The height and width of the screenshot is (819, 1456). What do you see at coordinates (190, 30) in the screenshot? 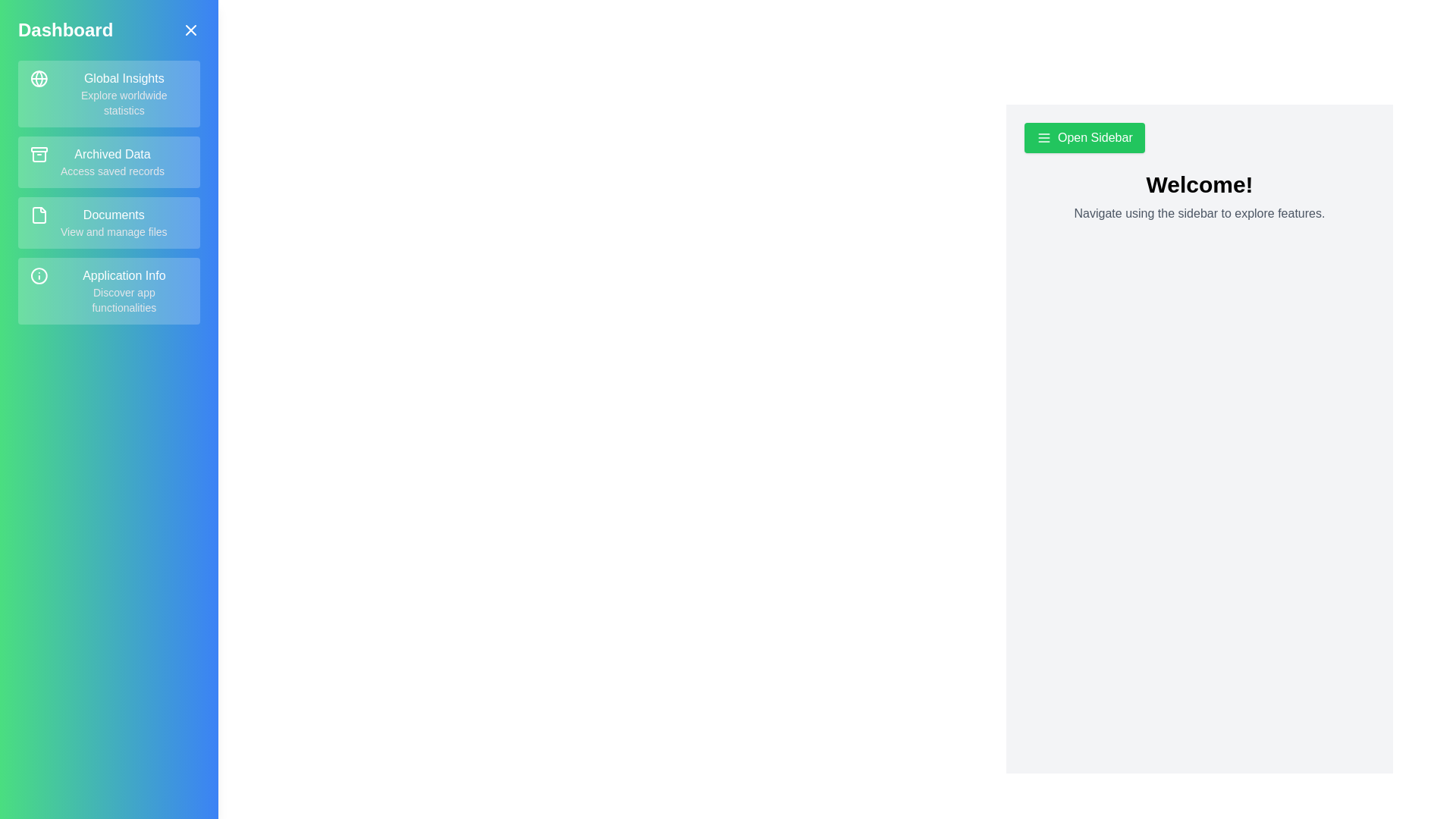
I see `the toggle button to toggle the sidebar visibility` at bounding box center [190, 30].